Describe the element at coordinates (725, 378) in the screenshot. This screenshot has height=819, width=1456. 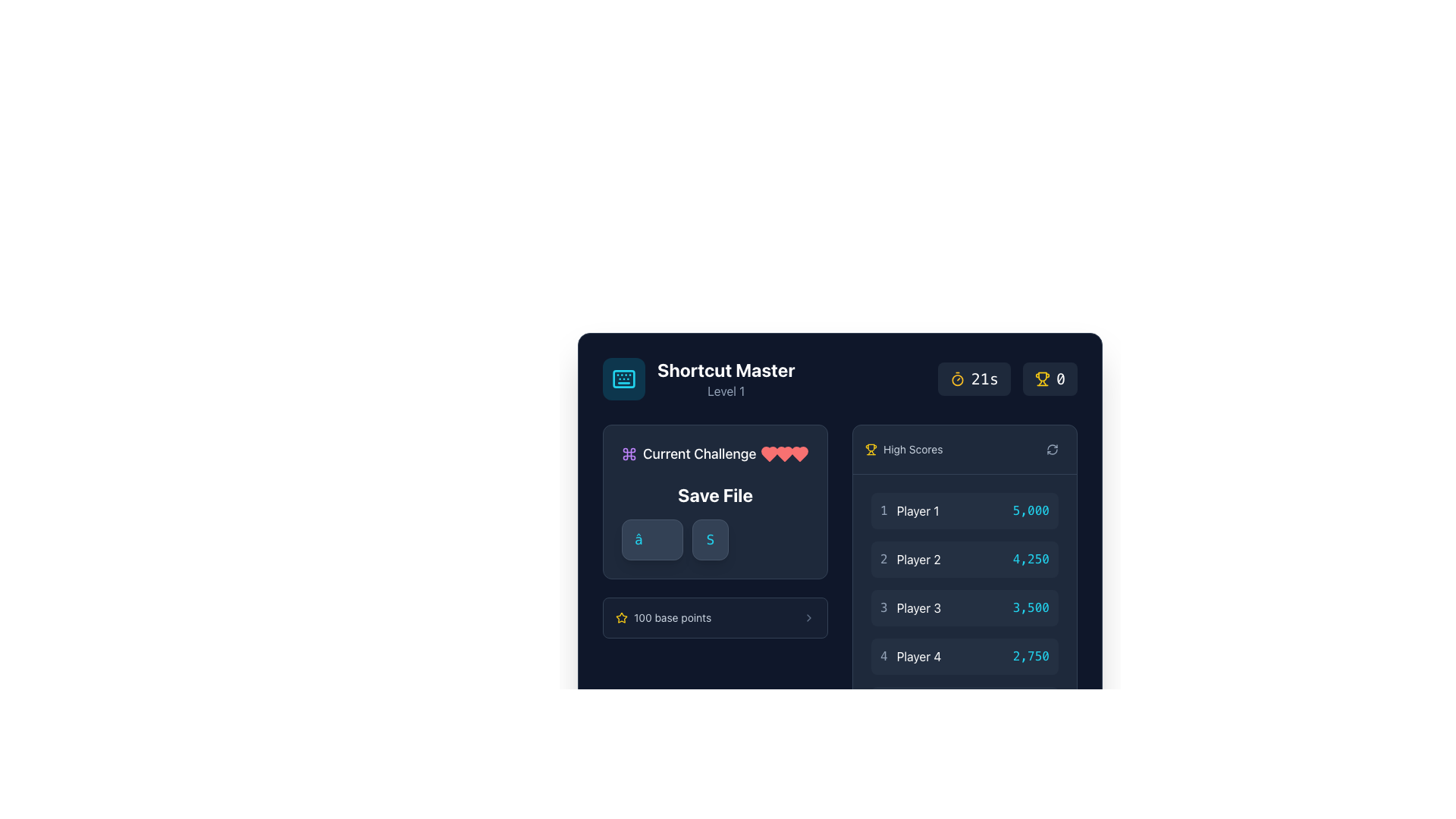
I see `displayed text of the header element labeled 'Shortcut Master' with the subtext 'Level 1', which is located to the right of a keyboard icon at the top-left section of the interface` at that location.